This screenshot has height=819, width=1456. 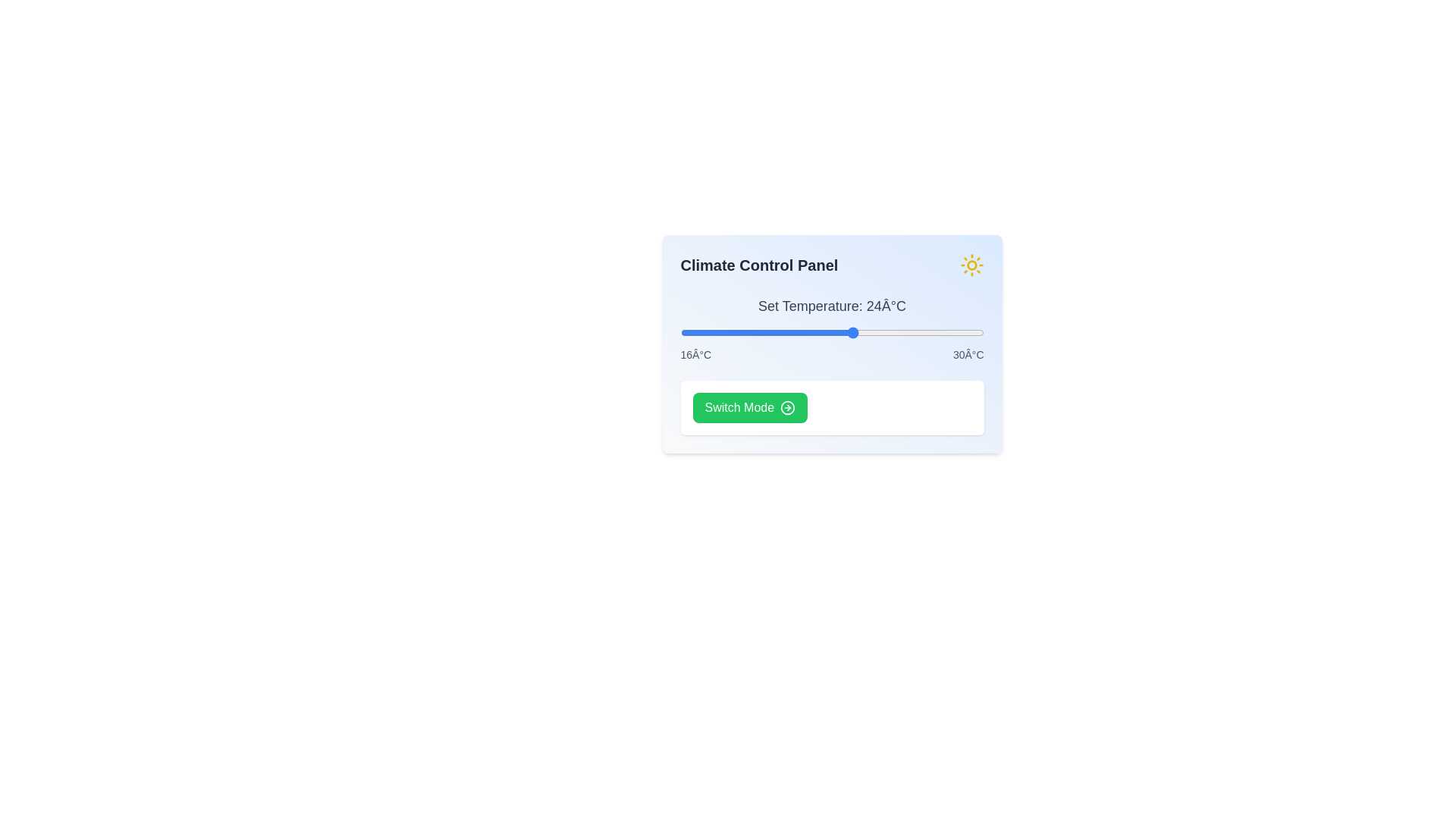 What do you see at coordinates (968, 354) in the screenshot?
I see `static text label displaying '30°C', which is gray in color and located on a light blue background, adjacent to a slider component` at bounding box center [968, 354].